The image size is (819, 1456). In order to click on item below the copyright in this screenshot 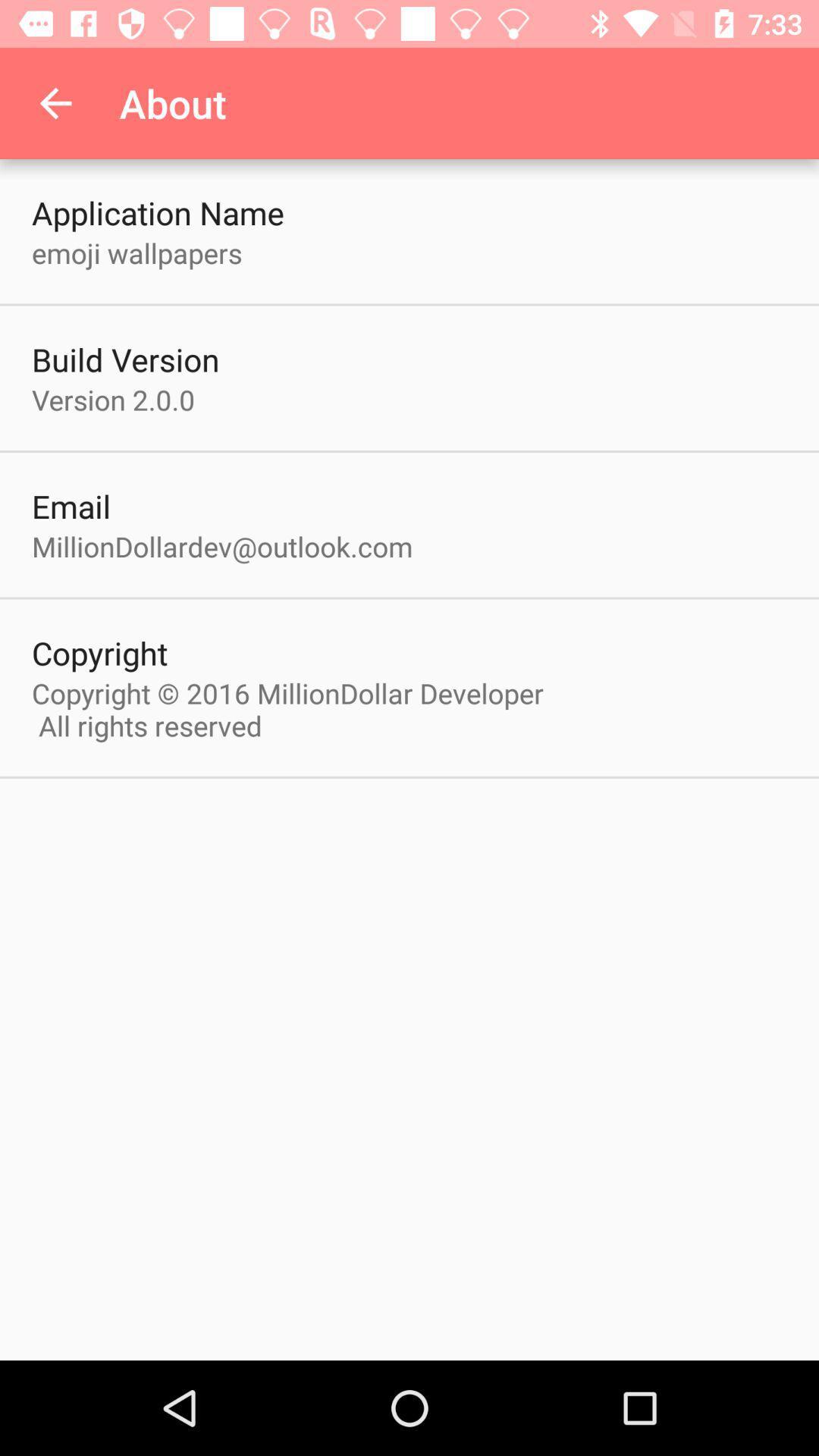, I will do `click(295, 708)`.